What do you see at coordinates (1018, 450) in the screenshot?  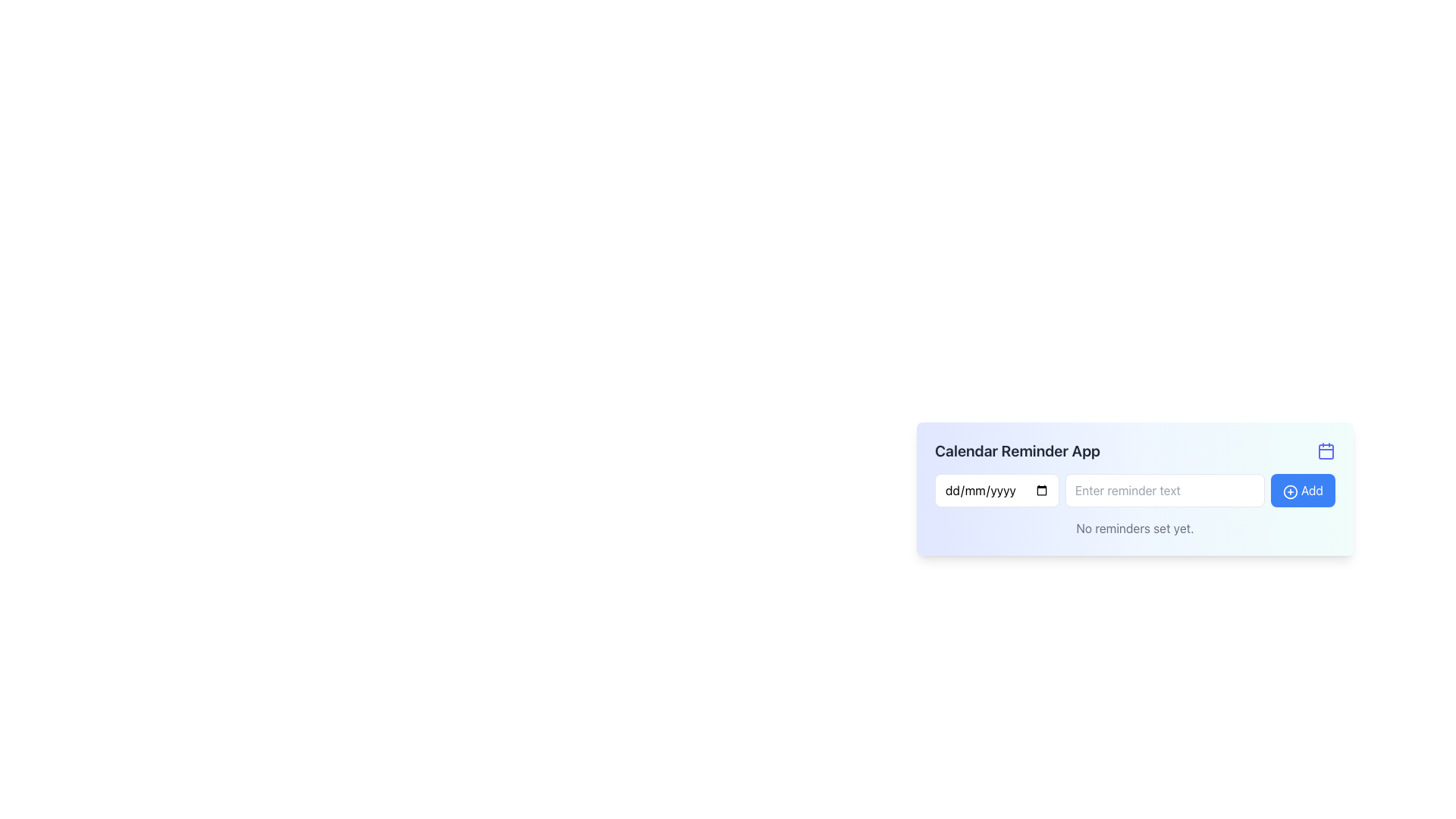 I see `the header text element located near the top left corner of the application interface, which indicates the purpose of the app` at bounding box center [1018, 450].